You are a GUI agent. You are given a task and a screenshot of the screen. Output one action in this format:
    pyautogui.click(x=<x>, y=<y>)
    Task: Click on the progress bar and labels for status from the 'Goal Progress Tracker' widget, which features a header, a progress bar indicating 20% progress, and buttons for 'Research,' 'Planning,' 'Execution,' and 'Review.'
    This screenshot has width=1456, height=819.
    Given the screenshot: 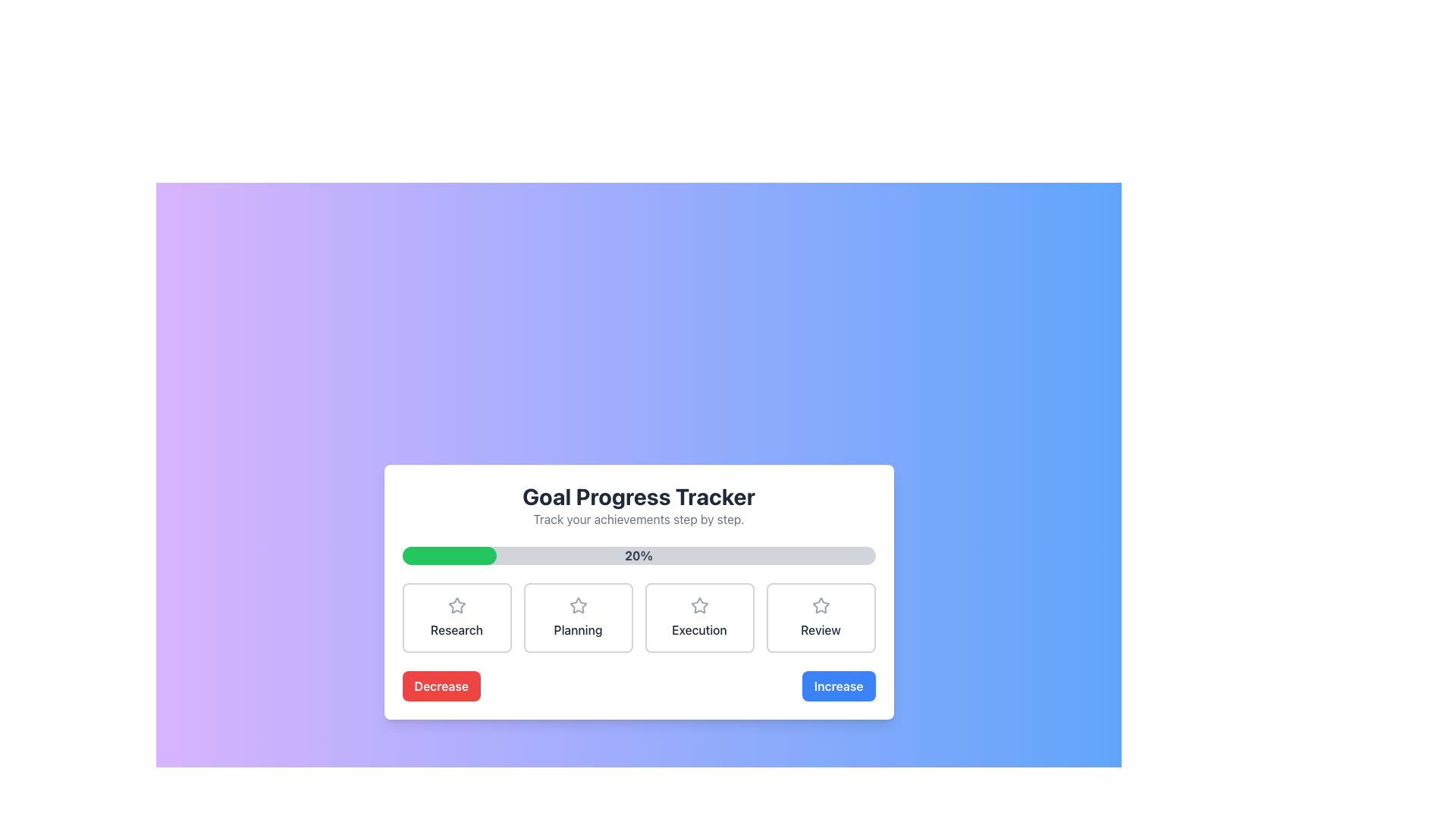 What is the action you would take?
    pyautogui.click(x=639, y=591)
    